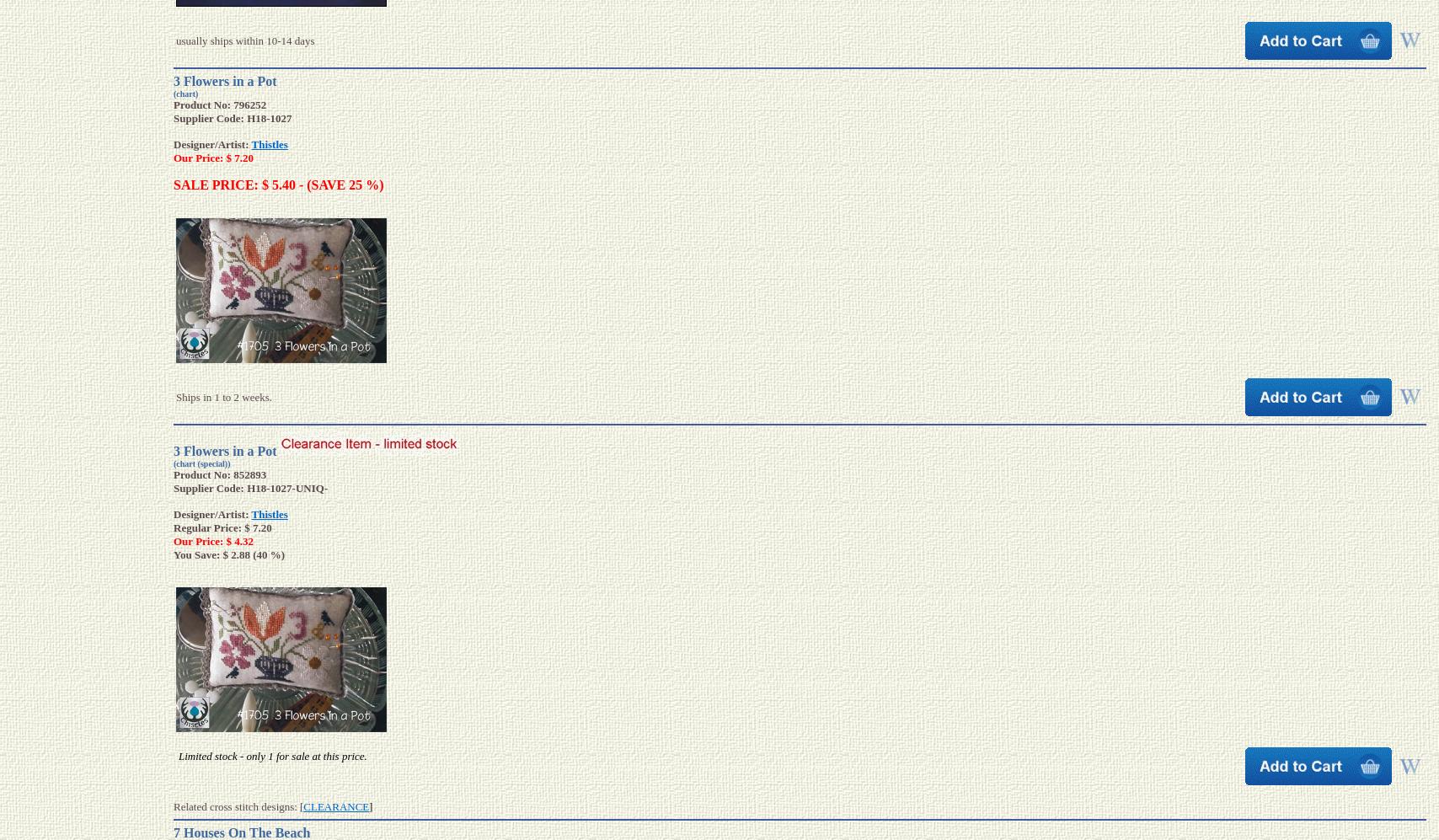 Image resolution: width=1439 pixels, height=840 pixels. What do you see at coordinates (173, 832) in the screenshot?
I see `'7 Houses On The Beach'` at bounding box center [173, 832].